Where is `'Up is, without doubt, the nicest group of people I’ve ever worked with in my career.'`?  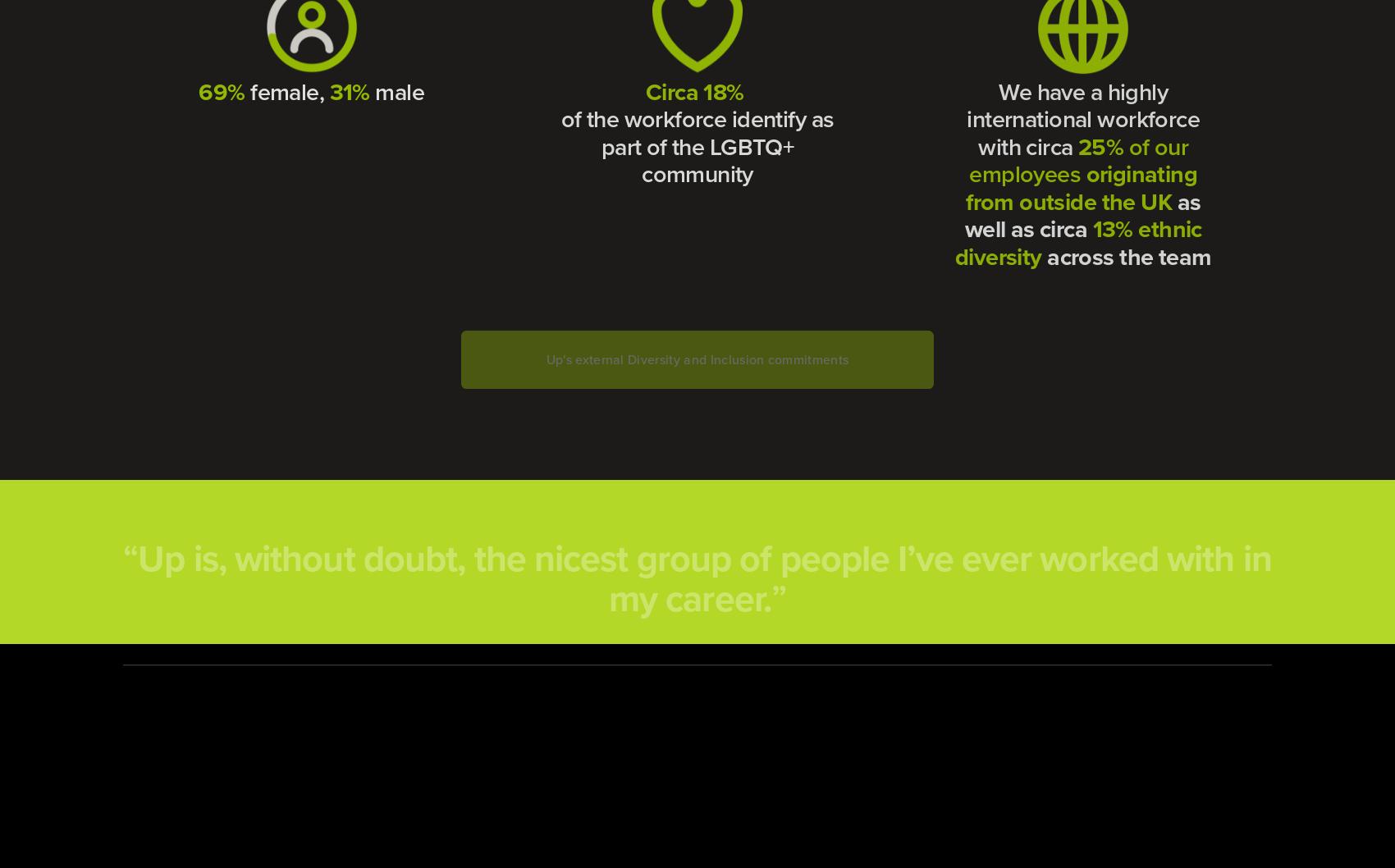
'Up is, without doubt, the nicest group of people I’ve ever worked with in my career.' is located at coordinates (708, 560).